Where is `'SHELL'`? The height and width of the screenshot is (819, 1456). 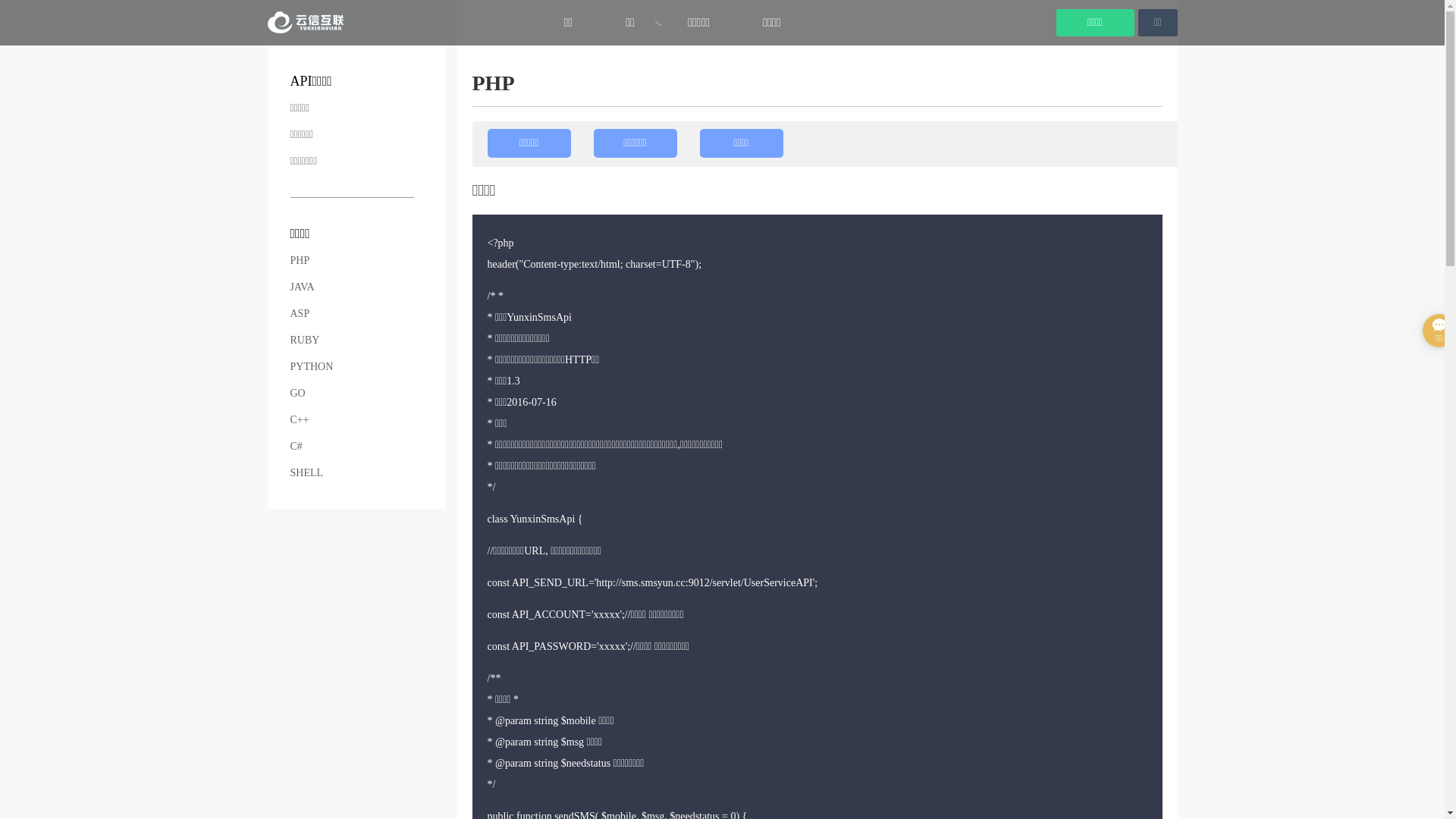 'SHELL' is located at coordinates (305, 472).